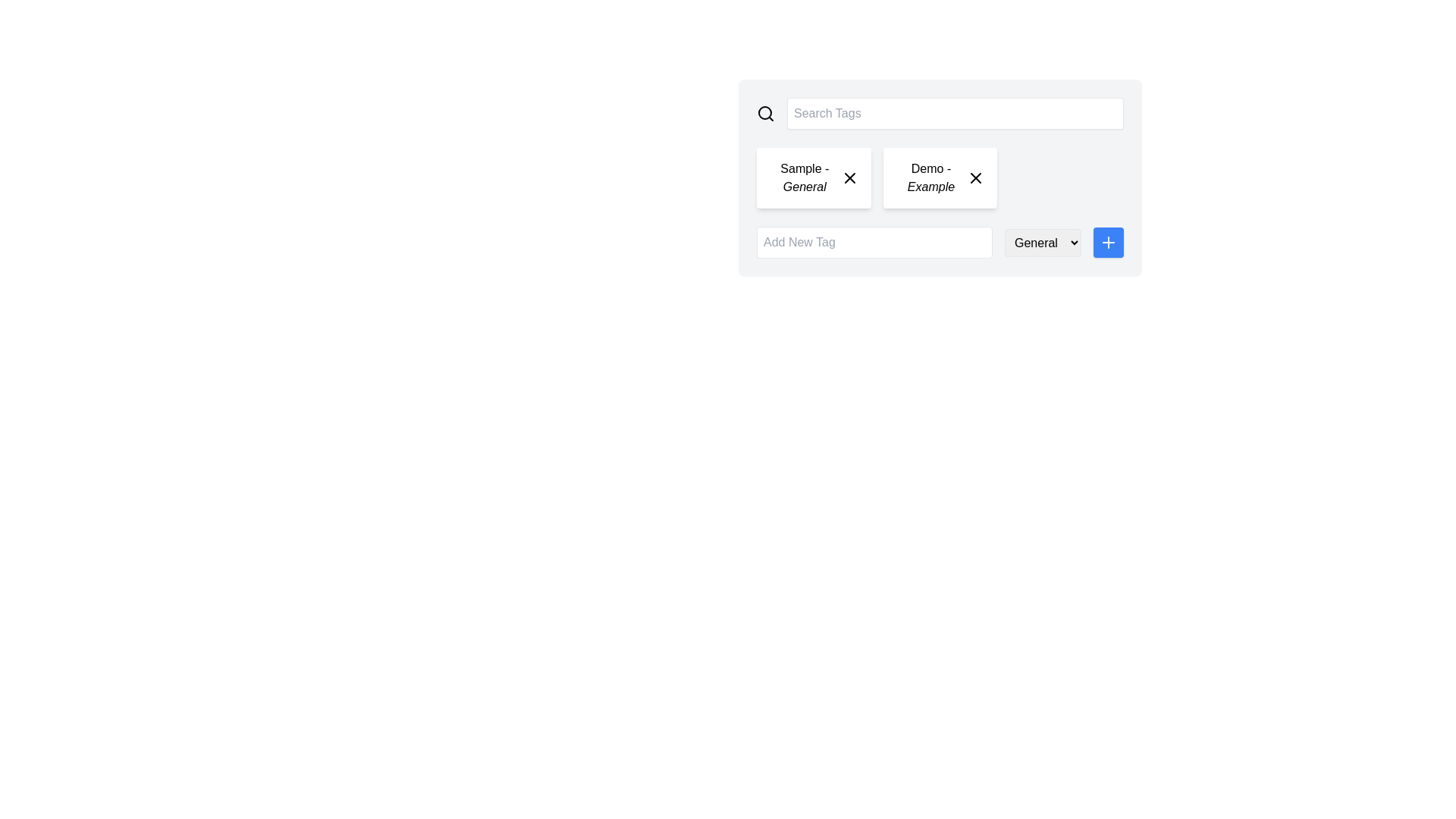 The image size is (1456, 819). I want to click on the close icon located at the far right side of the 'Demo - Example' tag, so click(976, 177).